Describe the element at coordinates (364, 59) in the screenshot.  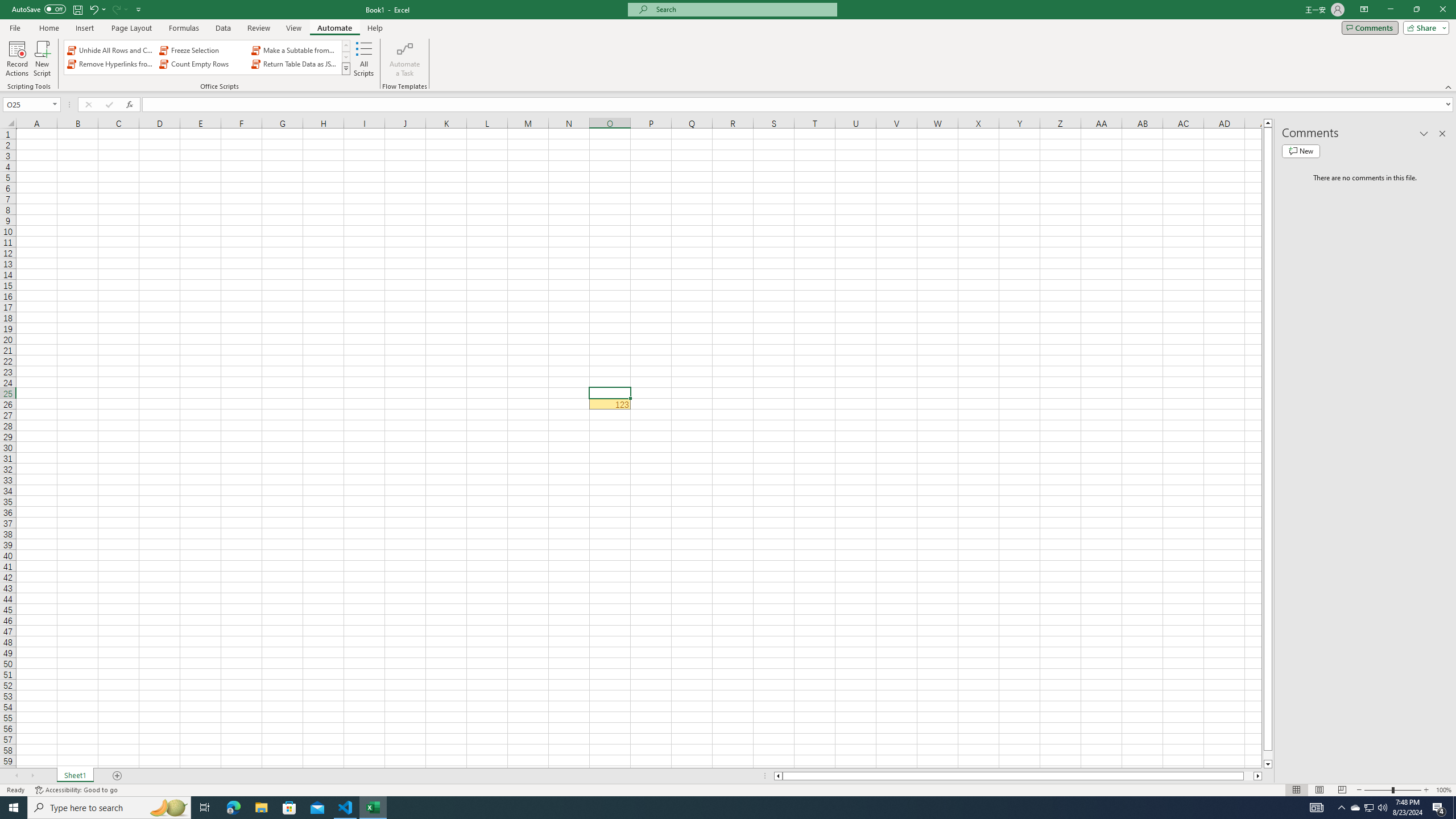
I see `'All Scripts'` at that location.